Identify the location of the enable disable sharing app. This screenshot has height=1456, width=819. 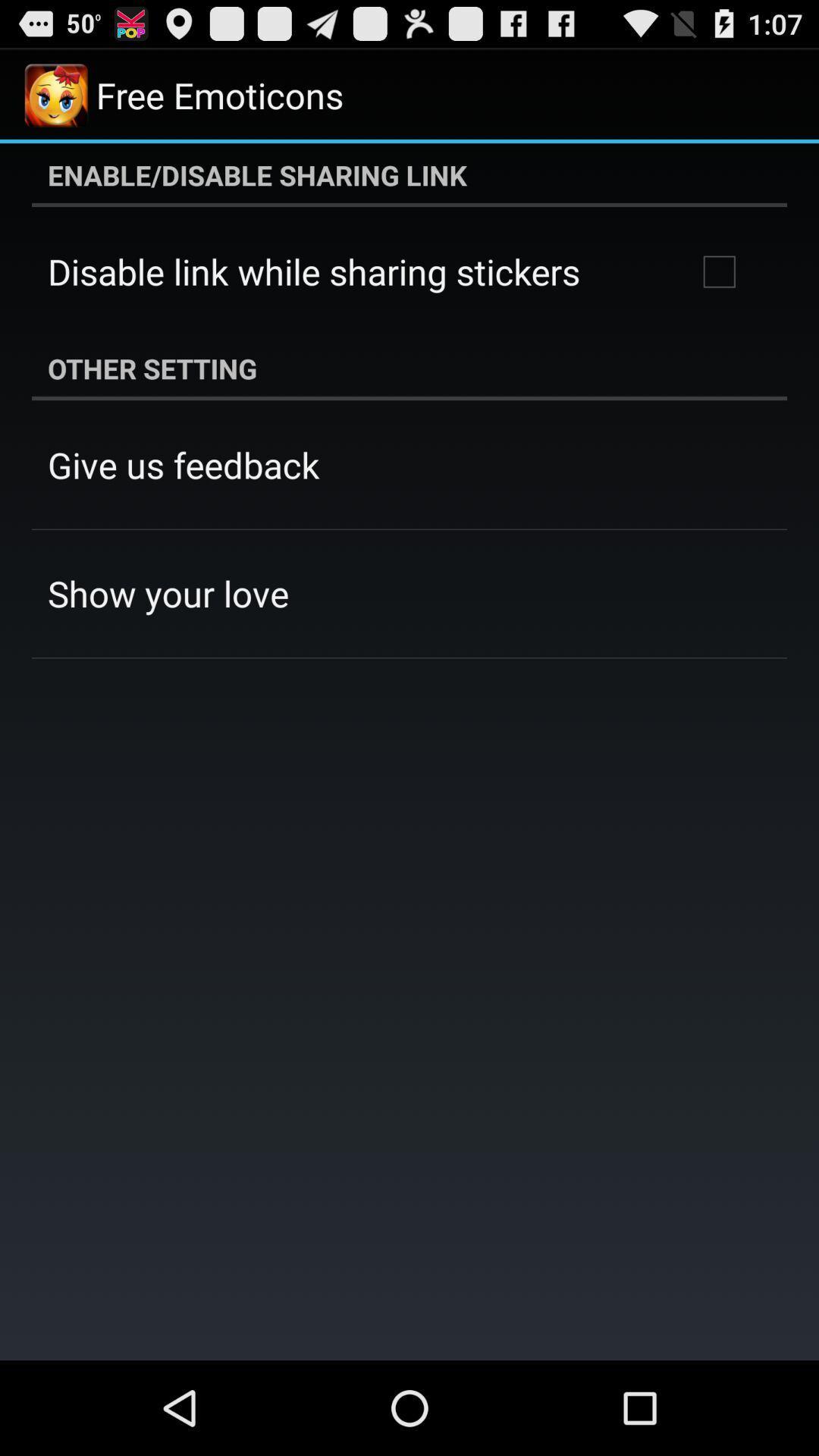
(409, 174).